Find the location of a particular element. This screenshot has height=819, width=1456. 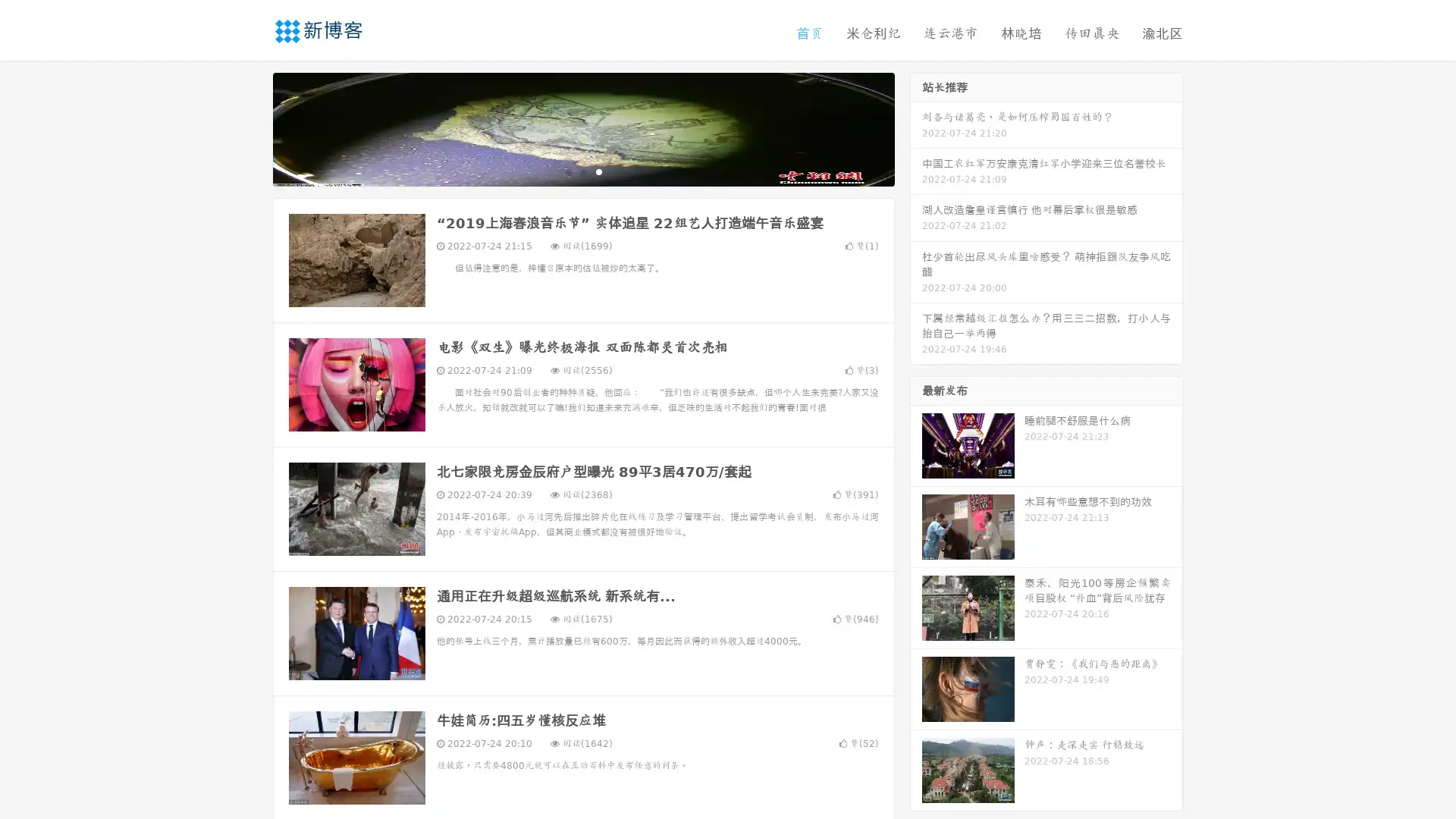

Next slide is located at coordinates (916, 127).